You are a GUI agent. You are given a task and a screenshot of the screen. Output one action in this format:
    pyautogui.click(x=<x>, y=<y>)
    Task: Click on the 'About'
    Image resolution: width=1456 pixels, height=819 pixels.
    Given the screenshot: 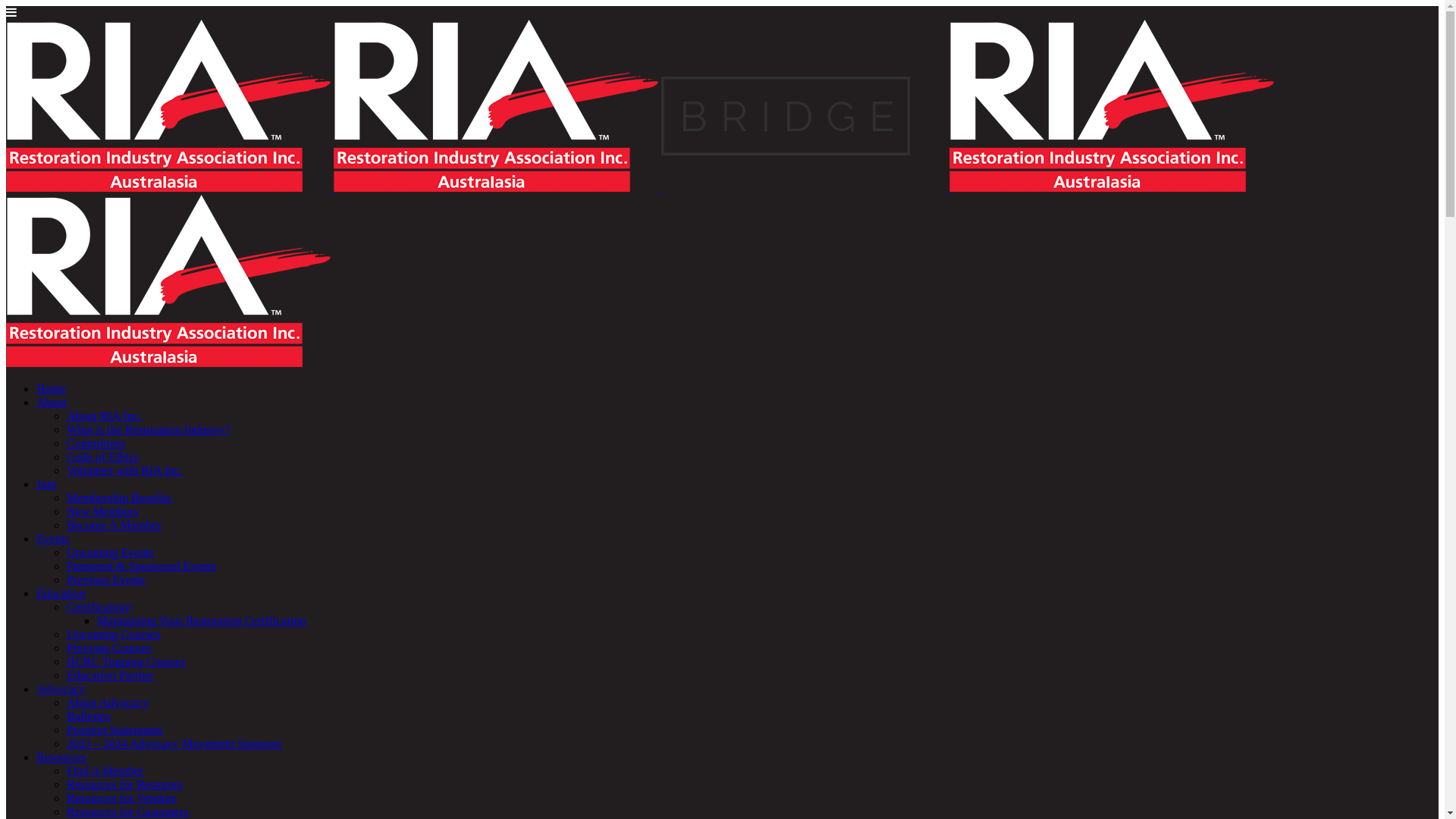 What is the action you would take?
    pyautogui.click(x=36, y=401)
    